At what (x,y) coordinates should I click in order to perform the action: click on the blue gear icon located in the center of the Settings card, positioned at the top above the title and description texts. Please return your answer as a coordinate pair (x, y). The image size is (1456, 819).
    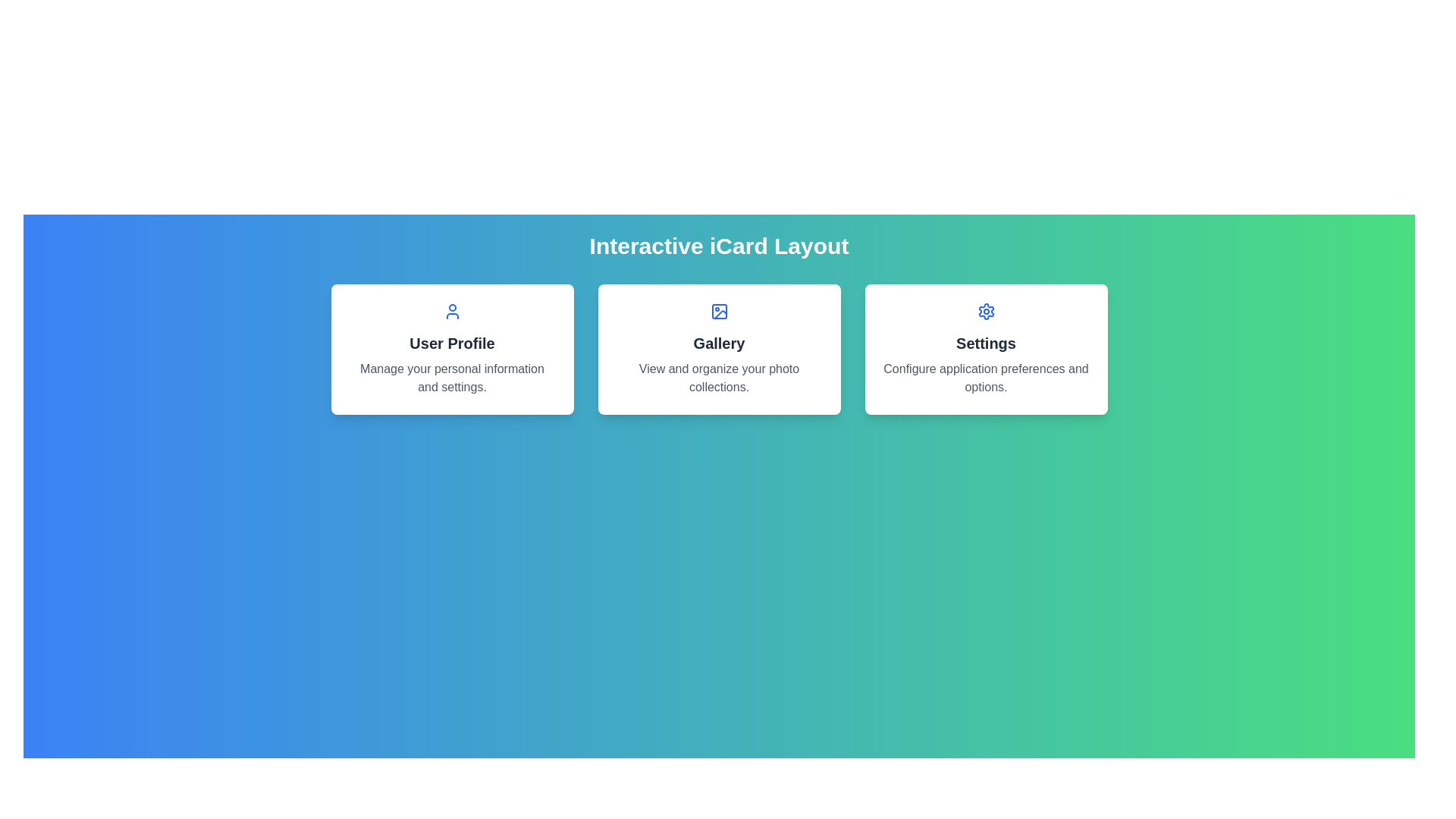
    Looking at the image, I should click on (986, 311).